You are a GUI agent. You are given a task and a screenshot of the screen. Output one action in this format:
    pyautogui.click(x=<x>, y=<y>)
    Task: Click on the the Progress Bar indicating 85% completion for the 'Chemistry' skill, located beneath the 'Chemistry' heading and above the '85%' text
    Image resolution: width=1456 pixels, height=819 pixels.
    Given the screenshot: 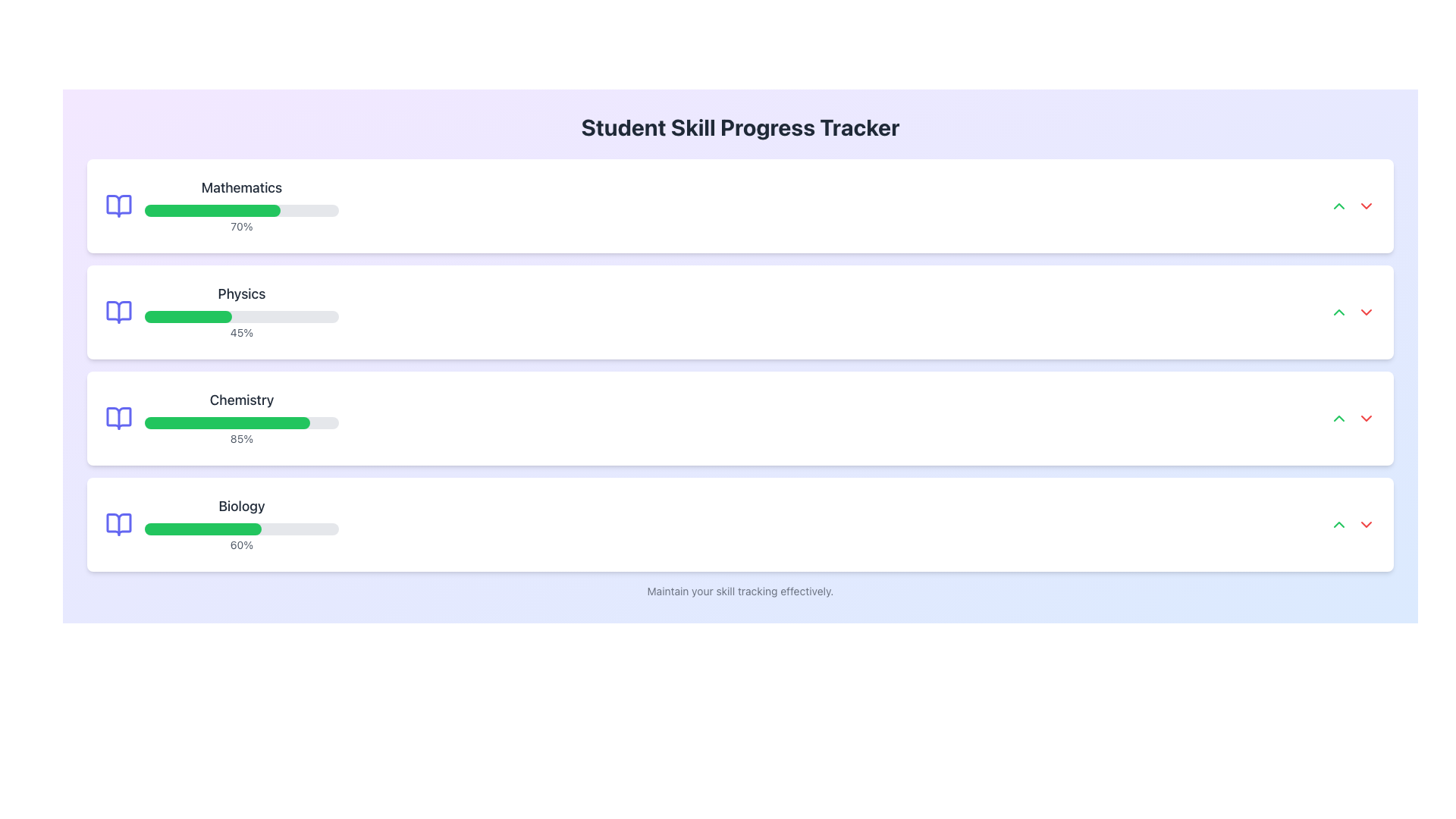 What is the action you would take?
    pyautogui.click(x=240, y=423)
    